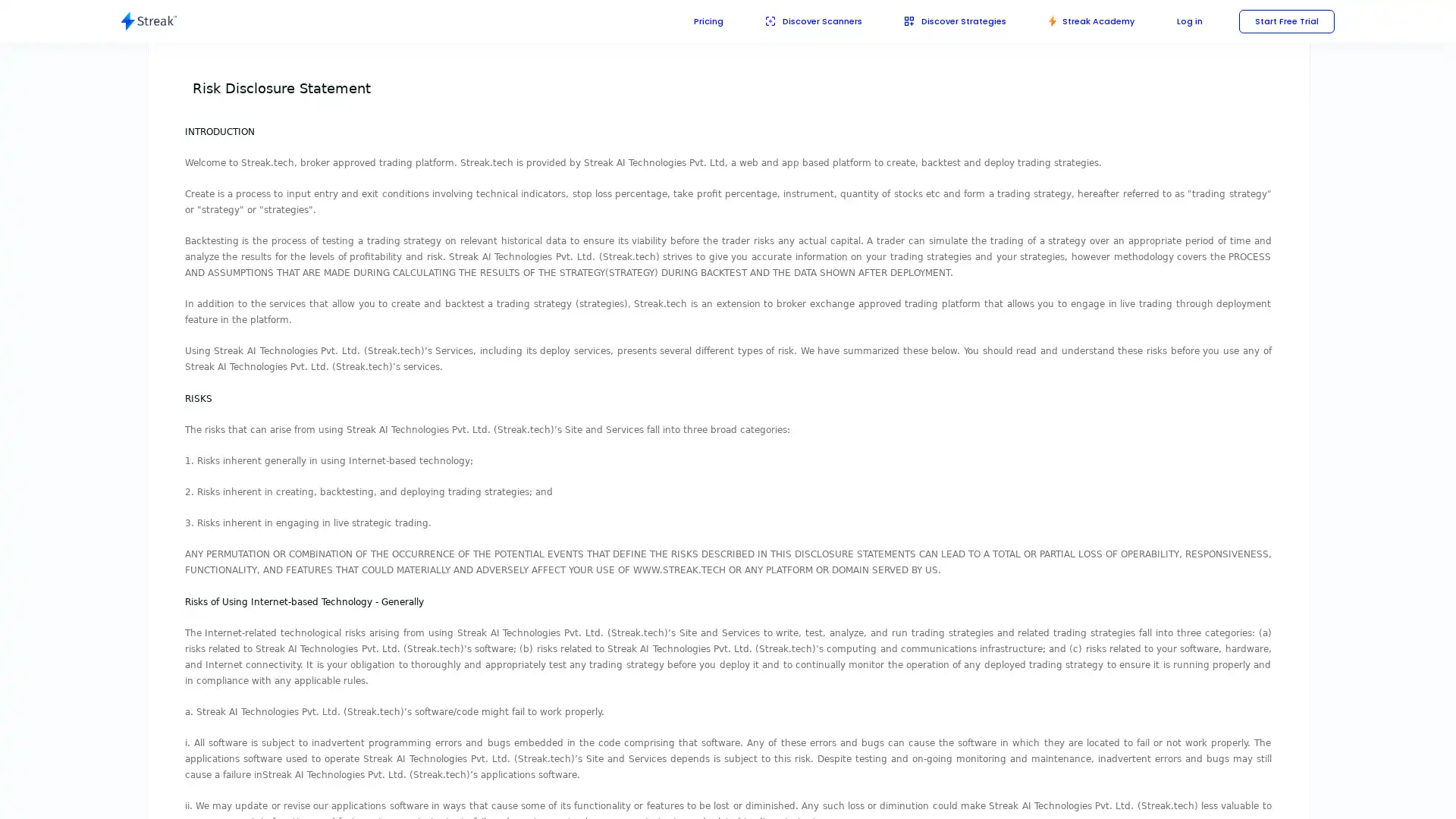 The height and width of the screenshot is (819, 1456). What do you see at coordinates (794, 20) in the screenshot?
I see `Discover Scanners` at bounding box center [794, 20].